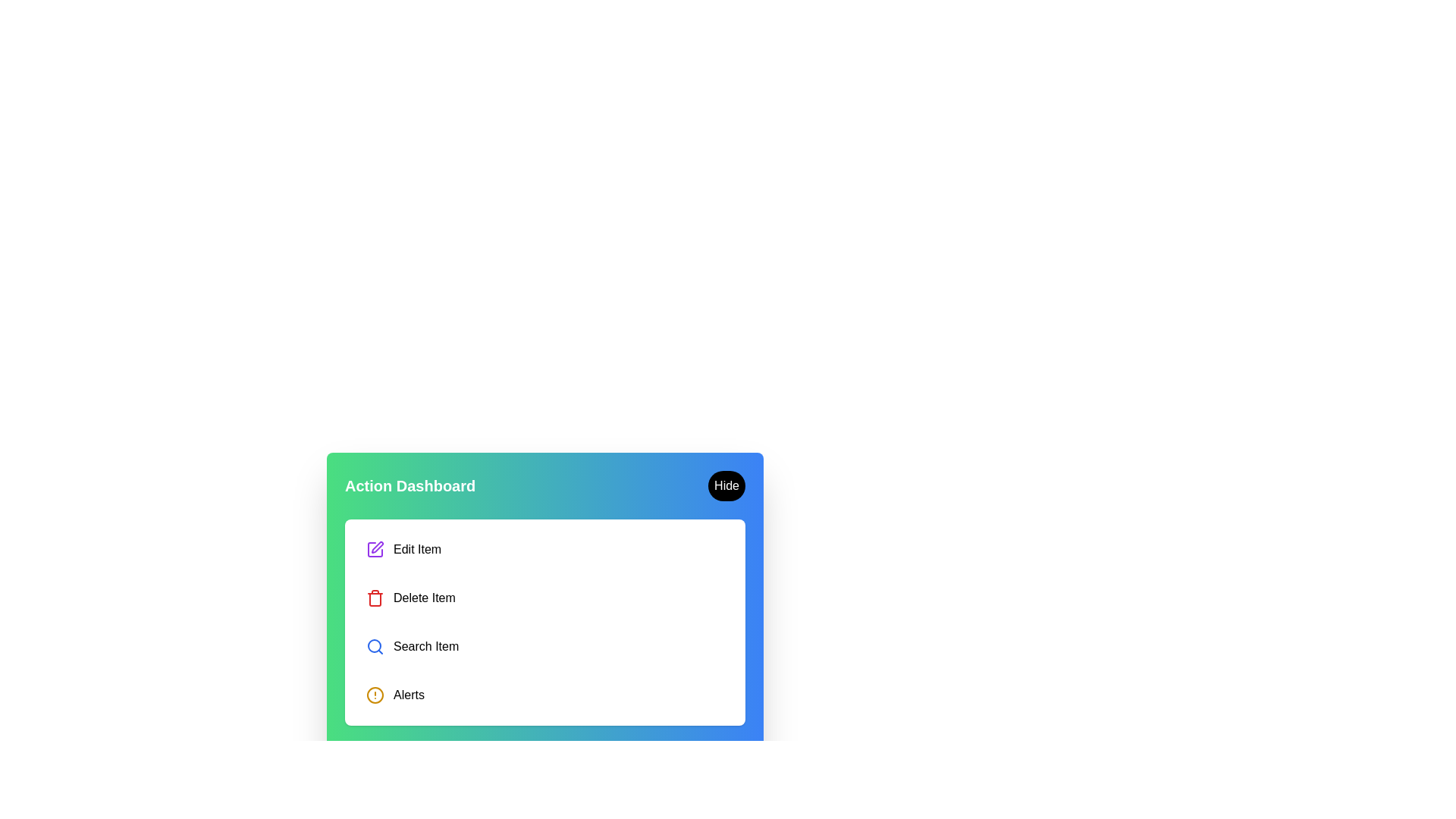 Image resolution: width=1456 pixels, height=819 pixels. What do you see at coordinates (409, 695) in the screenshot?
I see `the fourth text label in the 'Action Dashboard' dropdown menu` at bounding box center [409, 695].